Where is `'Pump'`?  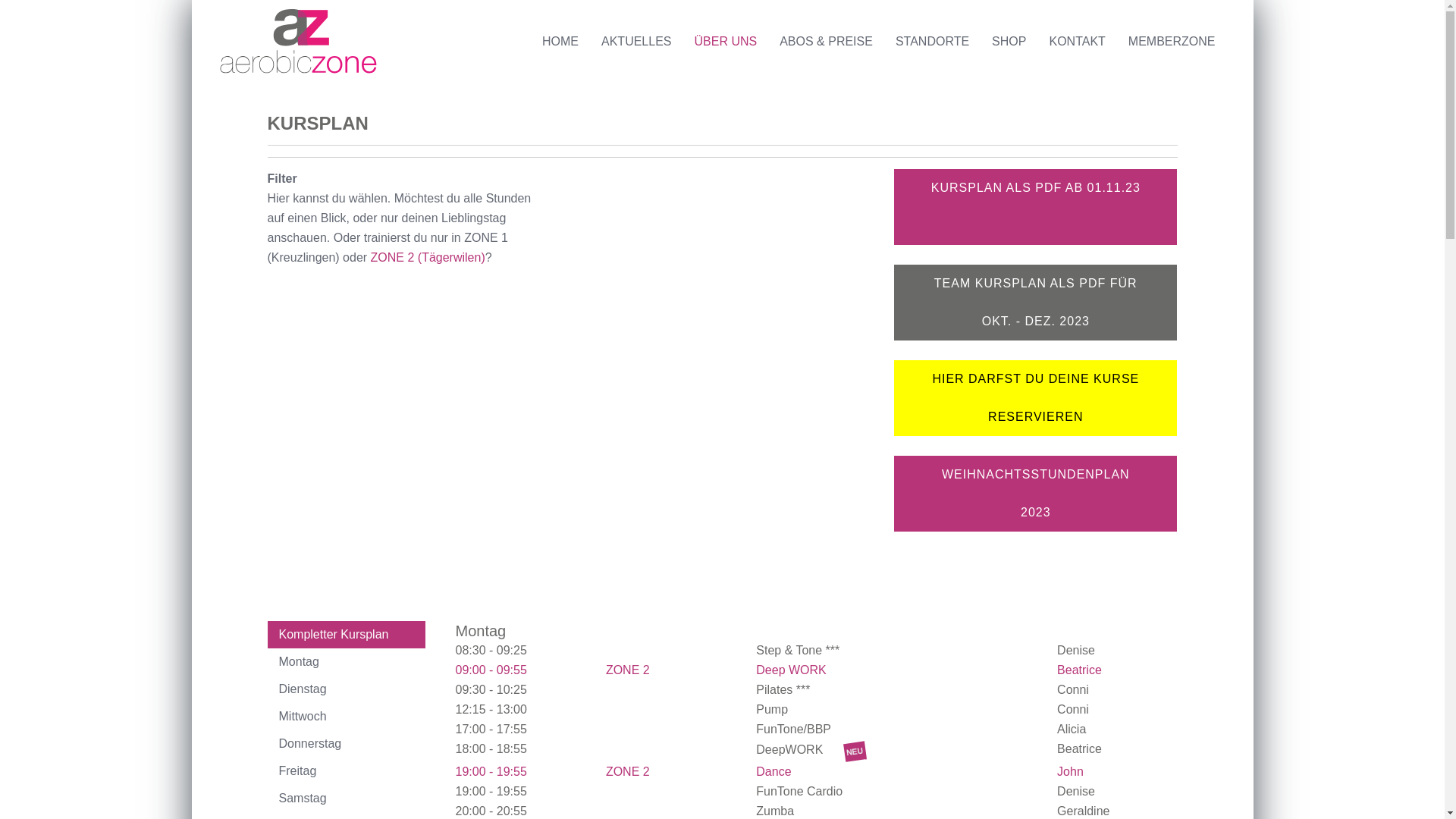 'Pump' is located at coordinates (773, 709).